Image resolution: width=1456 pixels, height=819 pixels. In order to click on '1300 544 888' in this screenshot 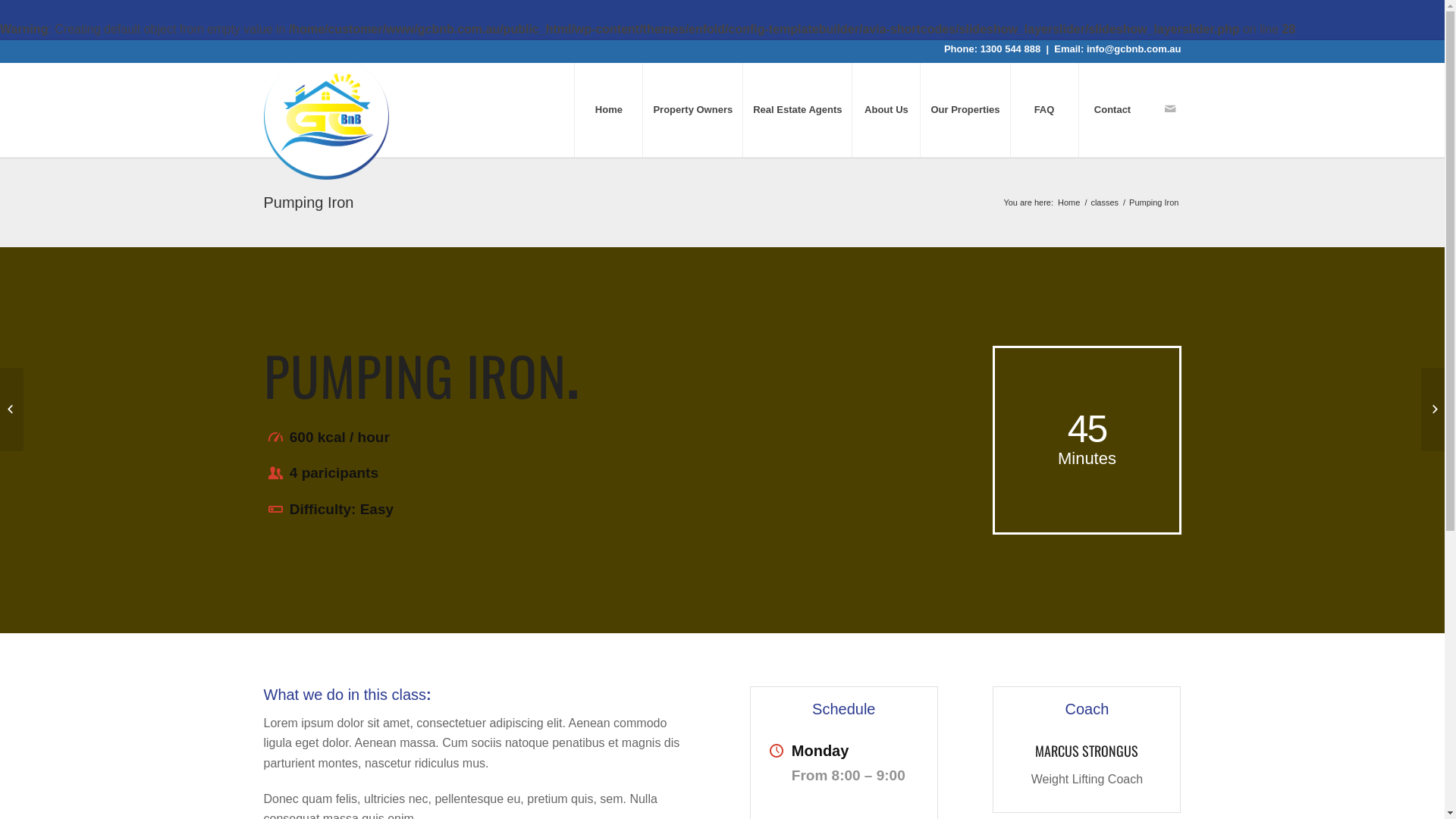, I will do `click(1011, 48)`.